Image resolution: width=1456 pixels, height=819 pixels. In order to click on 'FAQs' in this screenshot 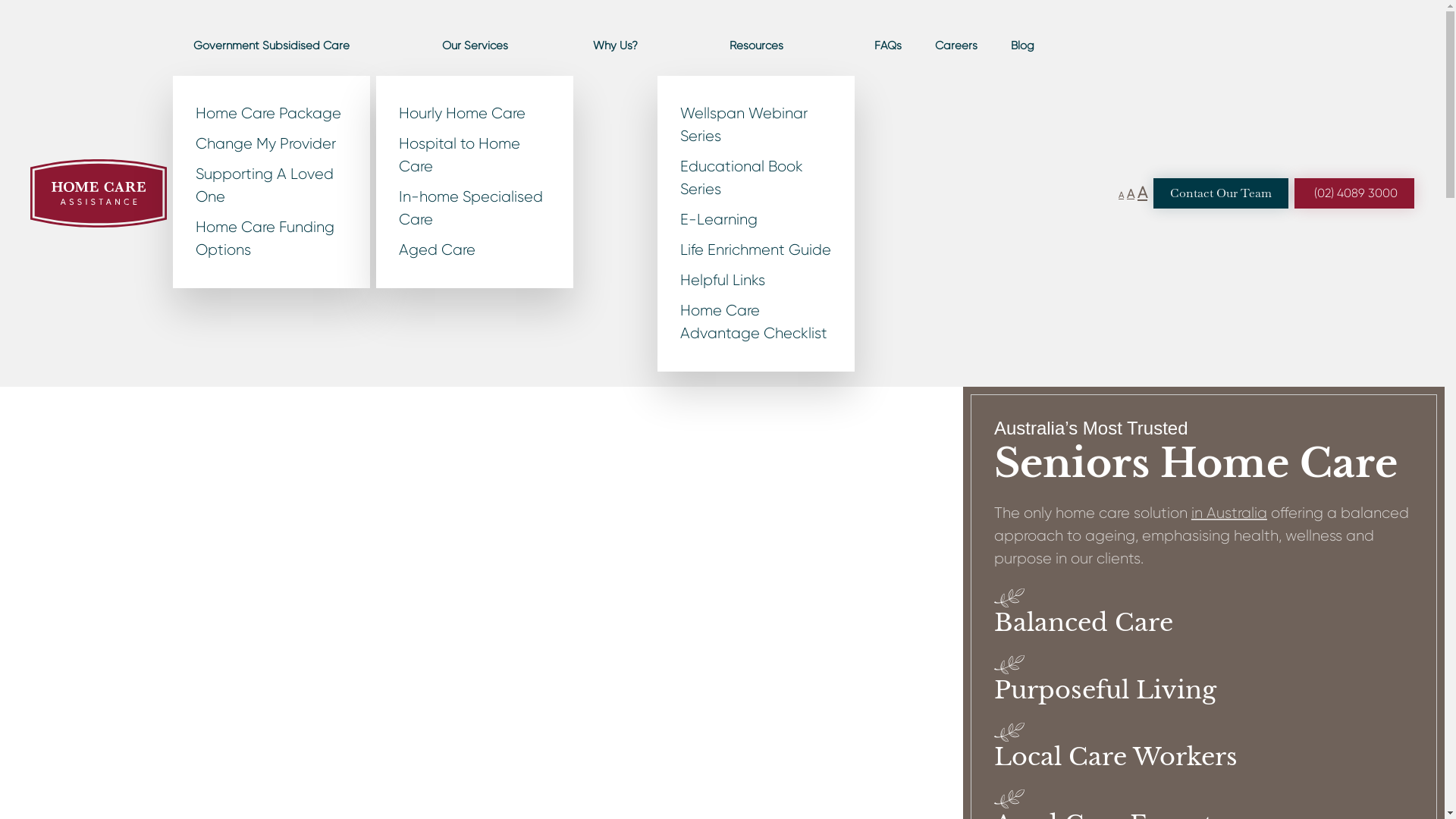, I will do `click(888, 45)`.